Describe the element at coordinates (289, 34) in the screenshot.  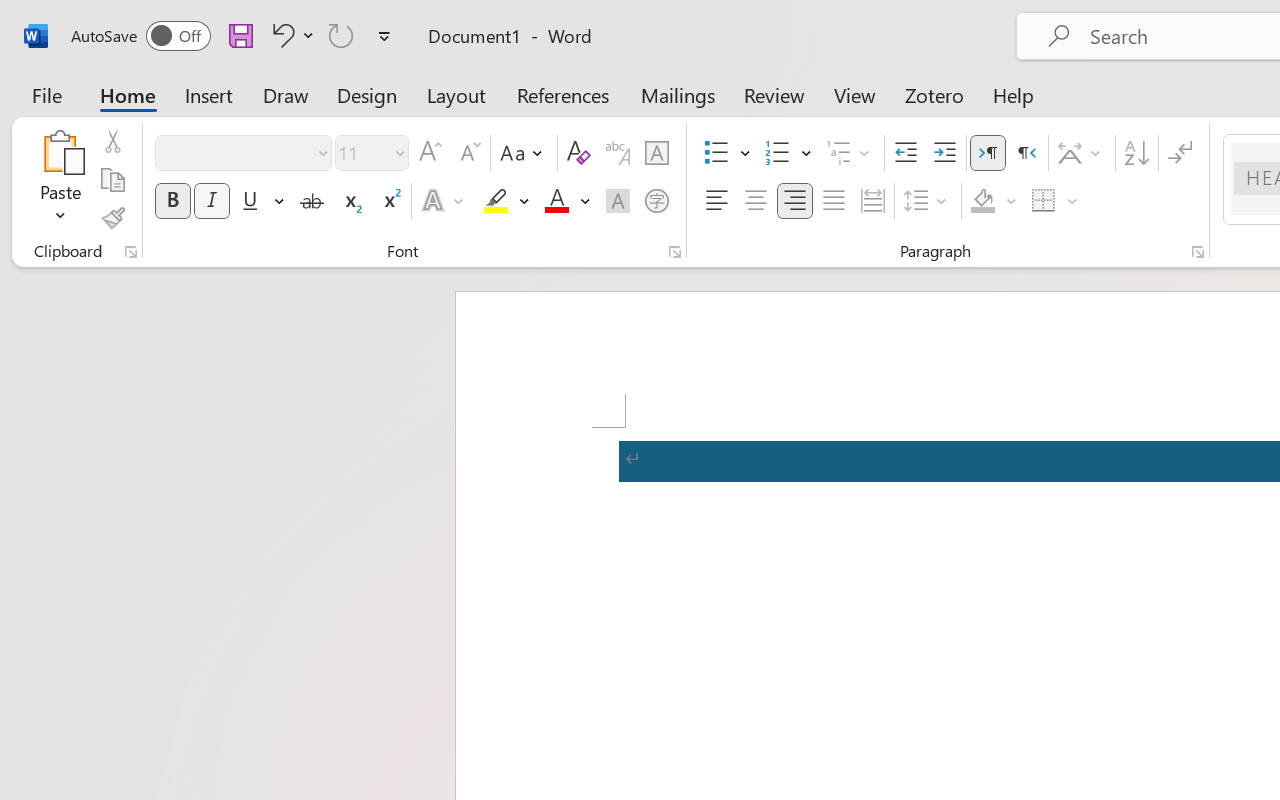
I see `'Undo'` at that location.